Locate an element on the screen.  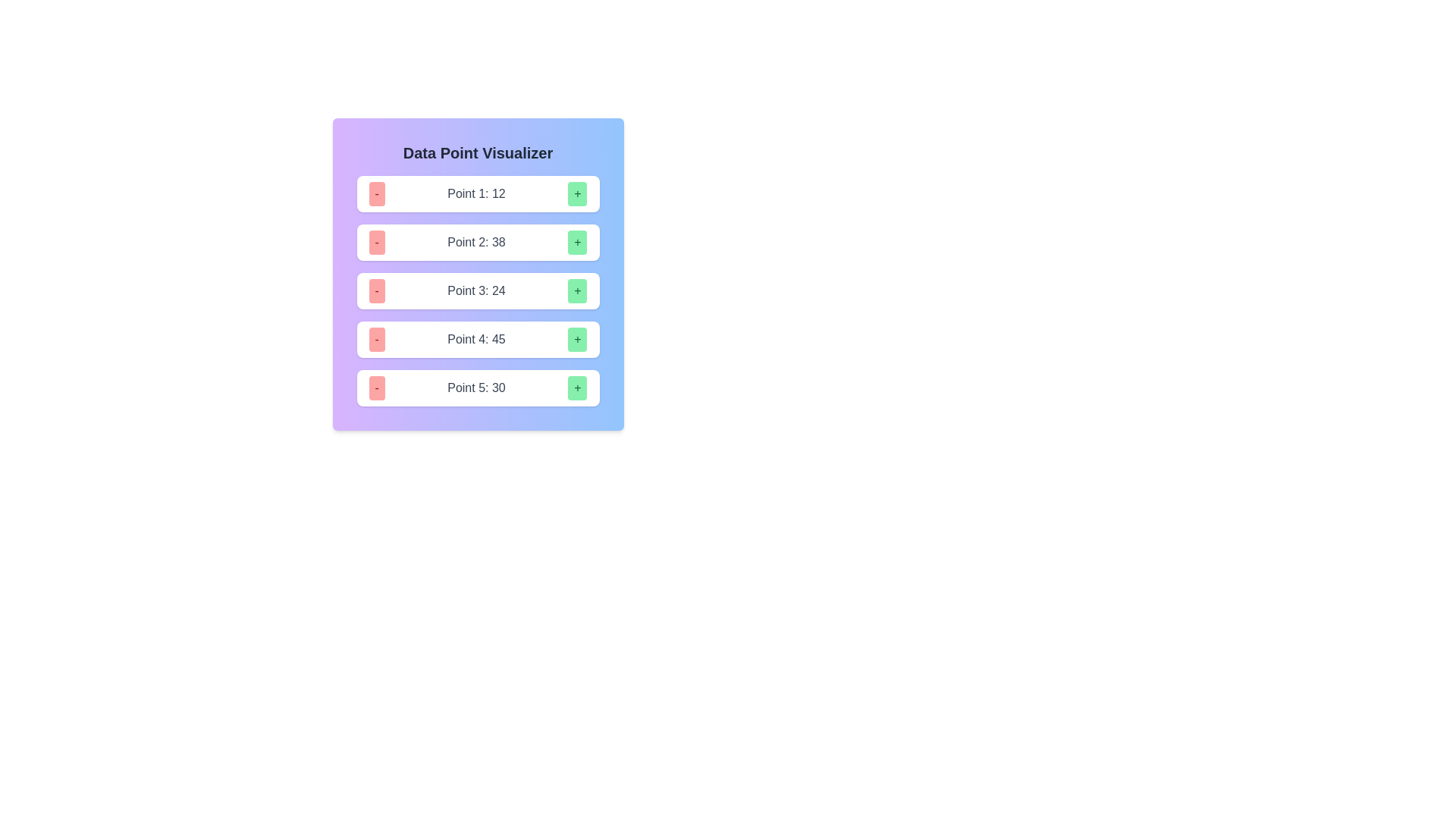
the label displaying 'Point 1: 12' which is styled with a gray font color and medium weight, located in the first row of a data visualization table is located at coordinates (475, 193).